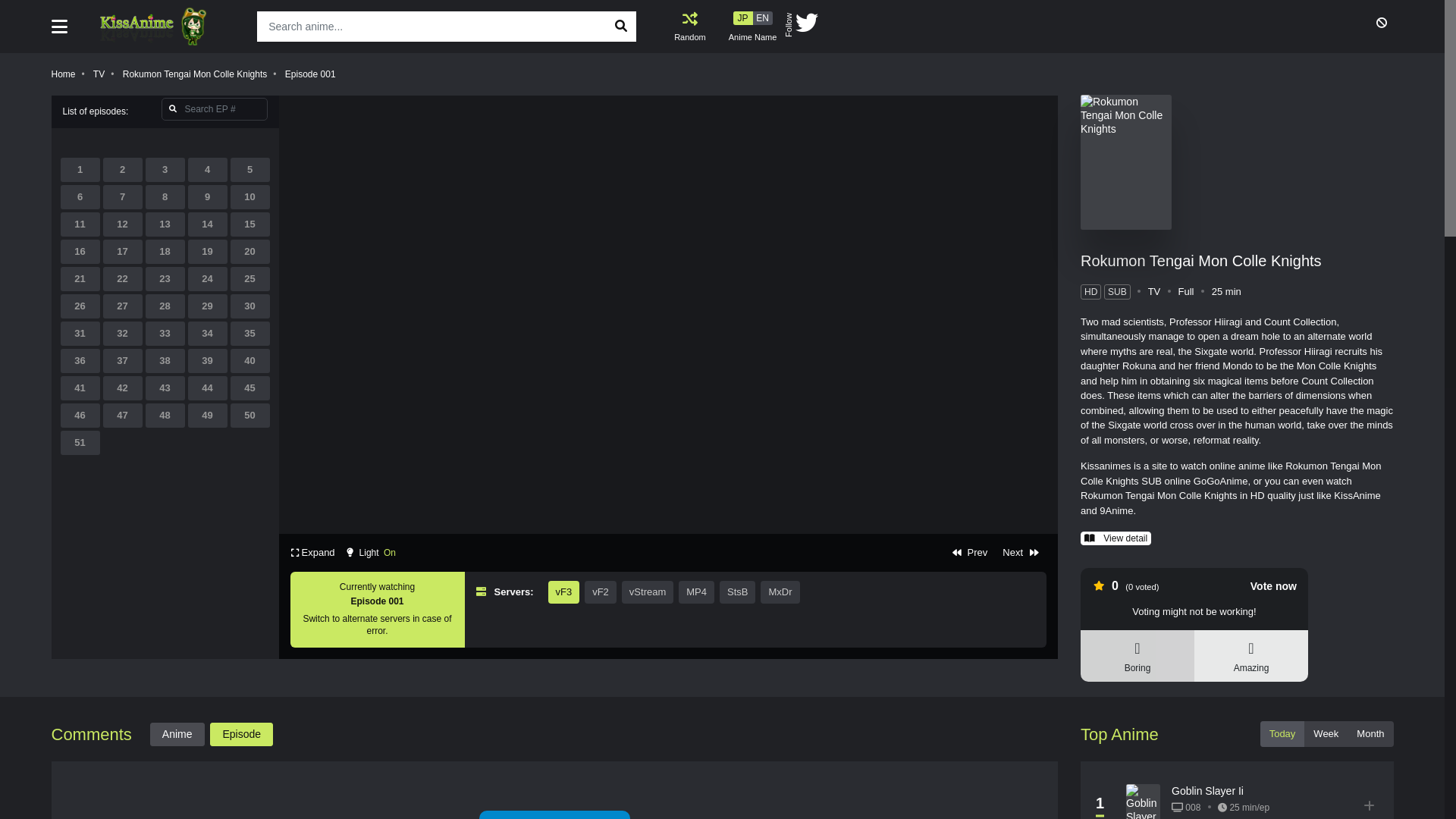  I want to click on 'Episode', so click(240, 733).